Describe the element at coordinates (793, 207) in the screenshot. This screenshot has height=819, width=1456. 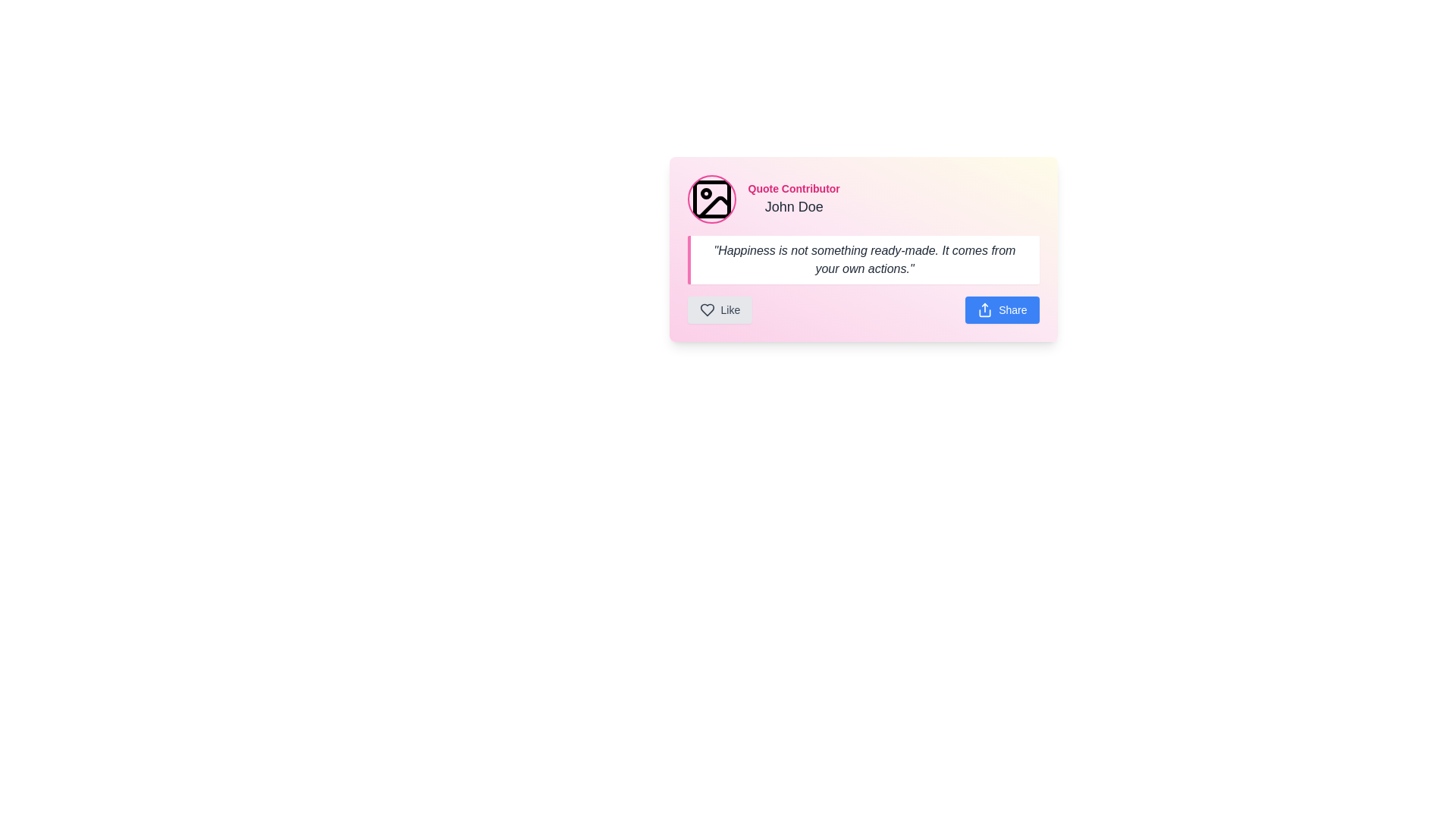
I see `the Text label that identifies the individual contributor of the quote, located below the 'Quote Contributor' element in the profile card` at that location.